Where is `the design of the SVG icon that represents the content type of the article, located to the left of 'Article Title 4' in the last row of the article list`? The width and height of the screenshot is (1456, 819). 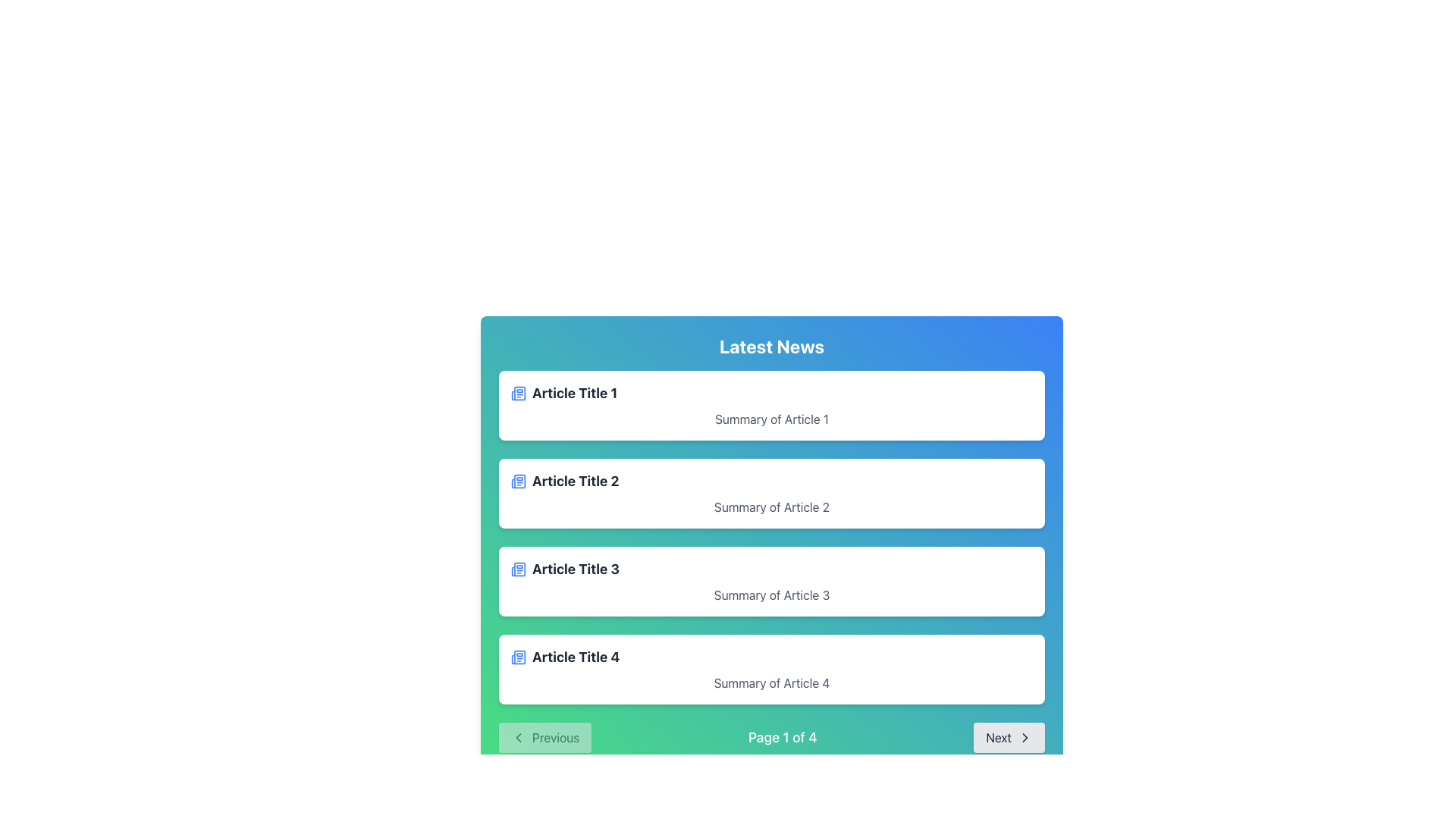 the design of the SVG icon that represents the content type of the article, located to the left of 'Article Title 4' in the last row of the article list is located at coordinates (519, 657).